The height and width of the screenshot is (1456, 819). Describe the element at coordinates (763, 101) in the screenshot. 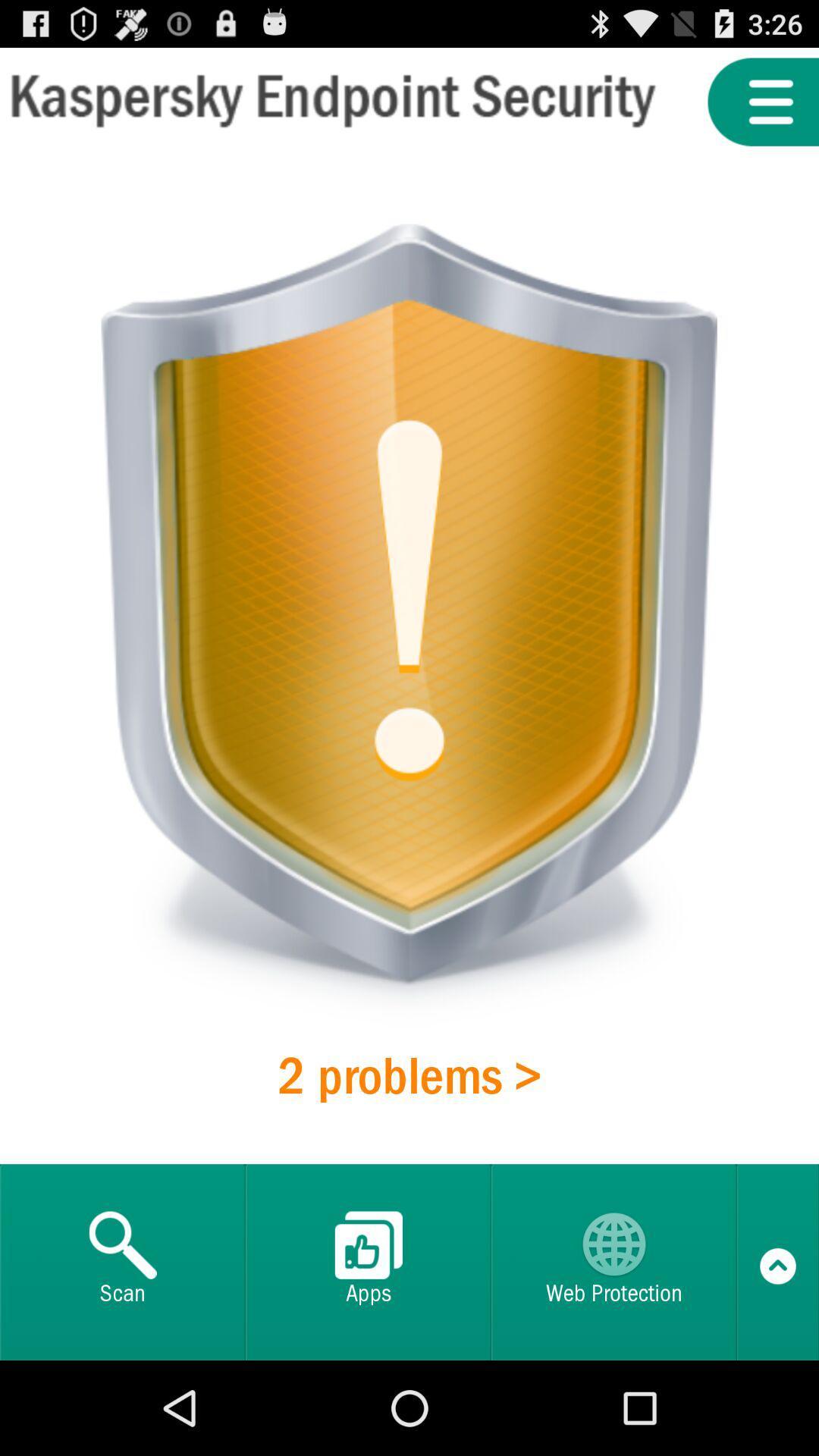

I see `menu` at that location.